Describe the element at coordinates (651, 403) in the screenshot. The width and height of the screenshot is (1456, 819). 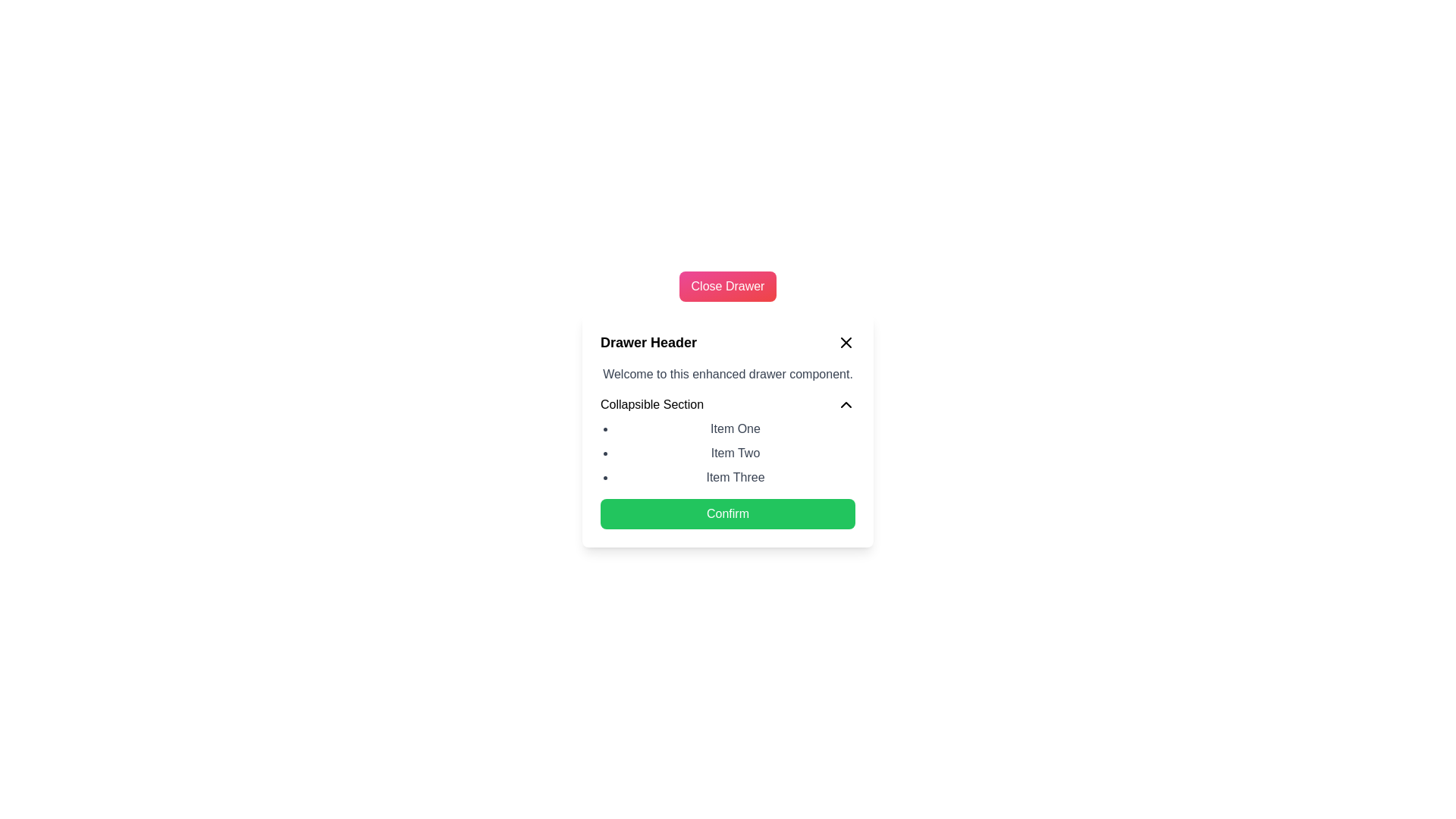
I see `the 'Collapsible Section' header` at that location.